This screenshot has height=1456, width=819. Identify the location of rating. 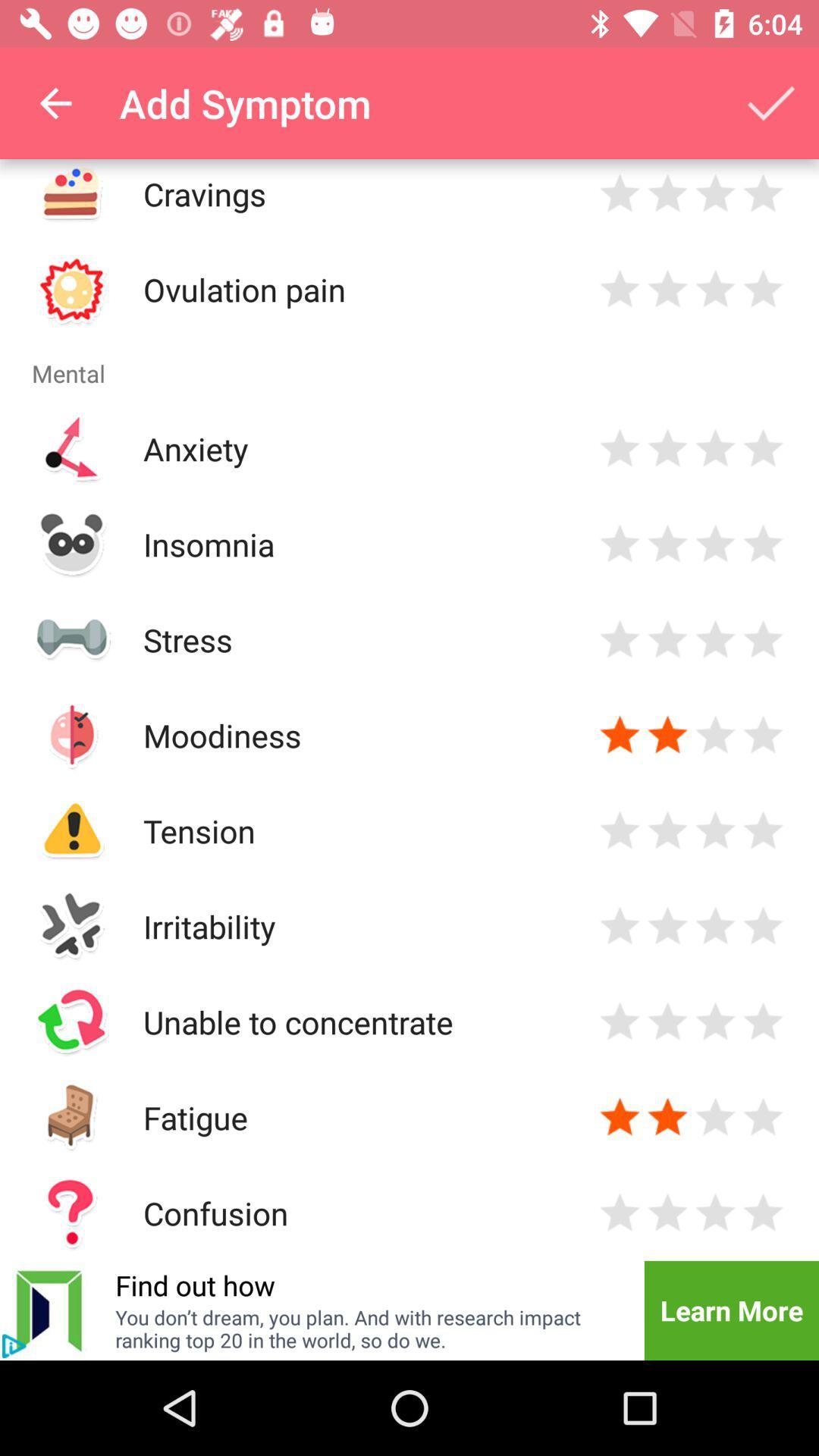
(667, 1212).